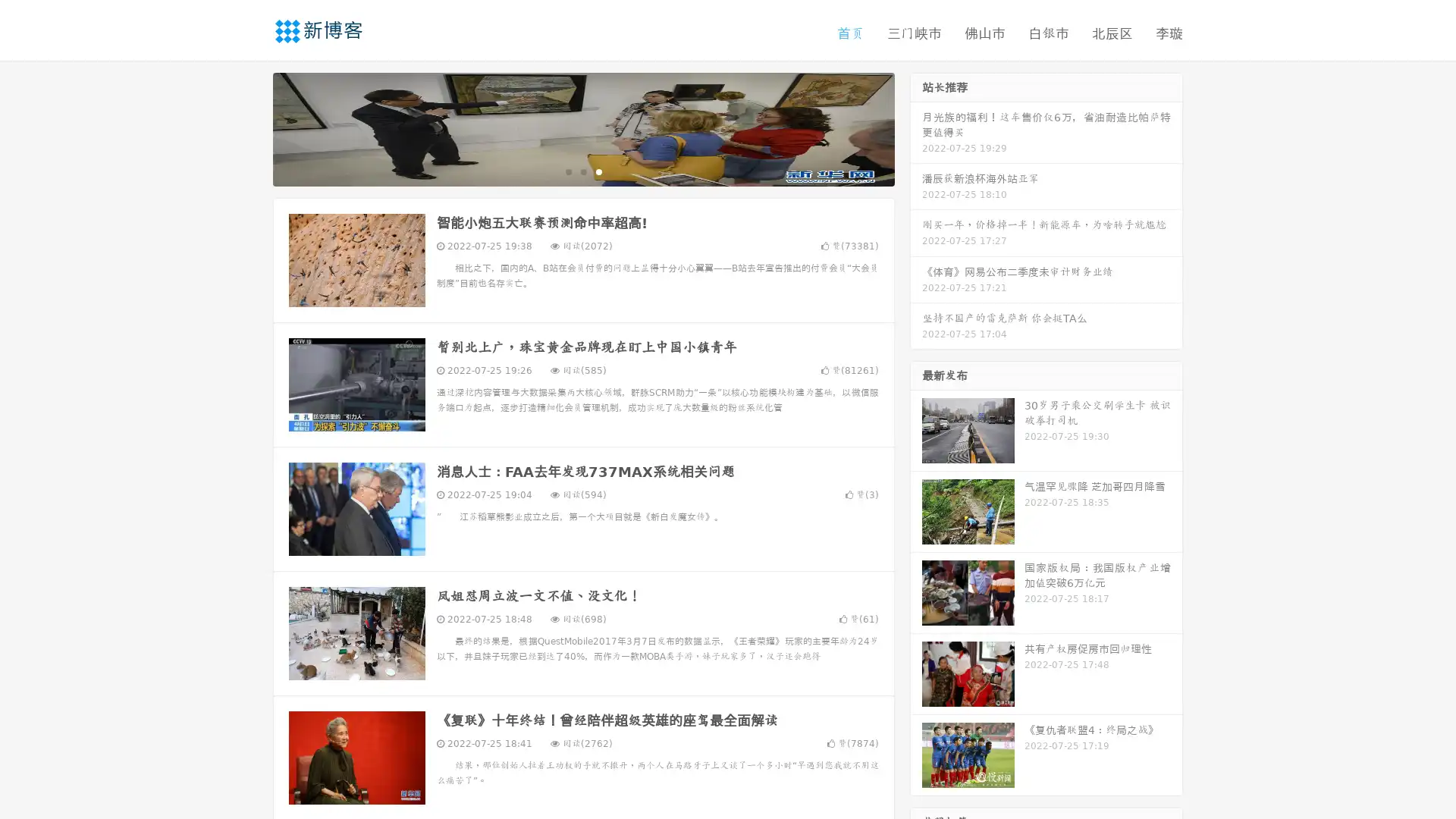  What do you see at coordinates (916, 127) in the screenshot?
I see `Next slide` at bounding box center [916, 127].